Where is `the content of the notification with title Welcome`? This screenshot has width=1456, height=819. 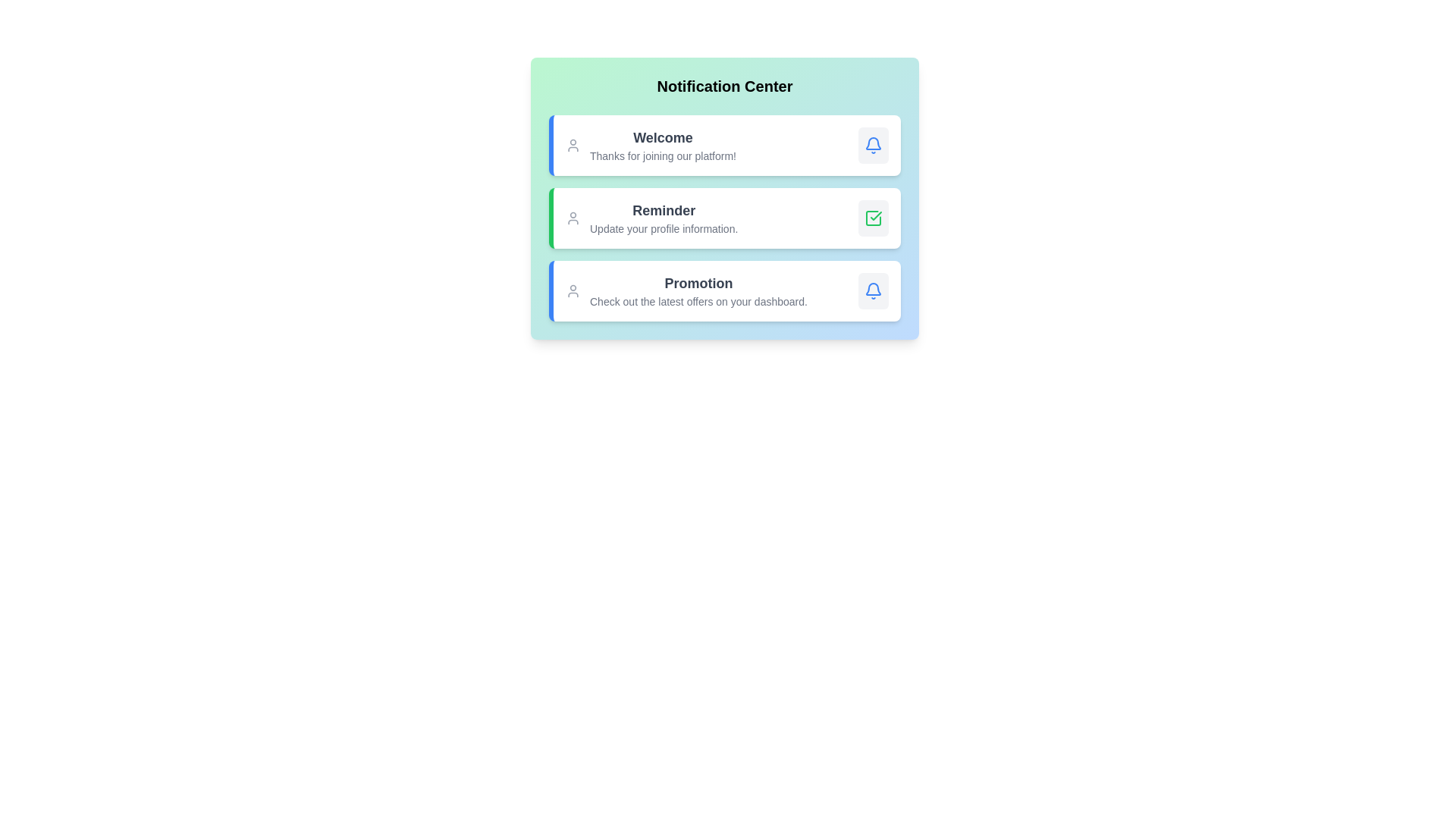 the content of the notification with title Welcome is located at coordinates (662, 137).